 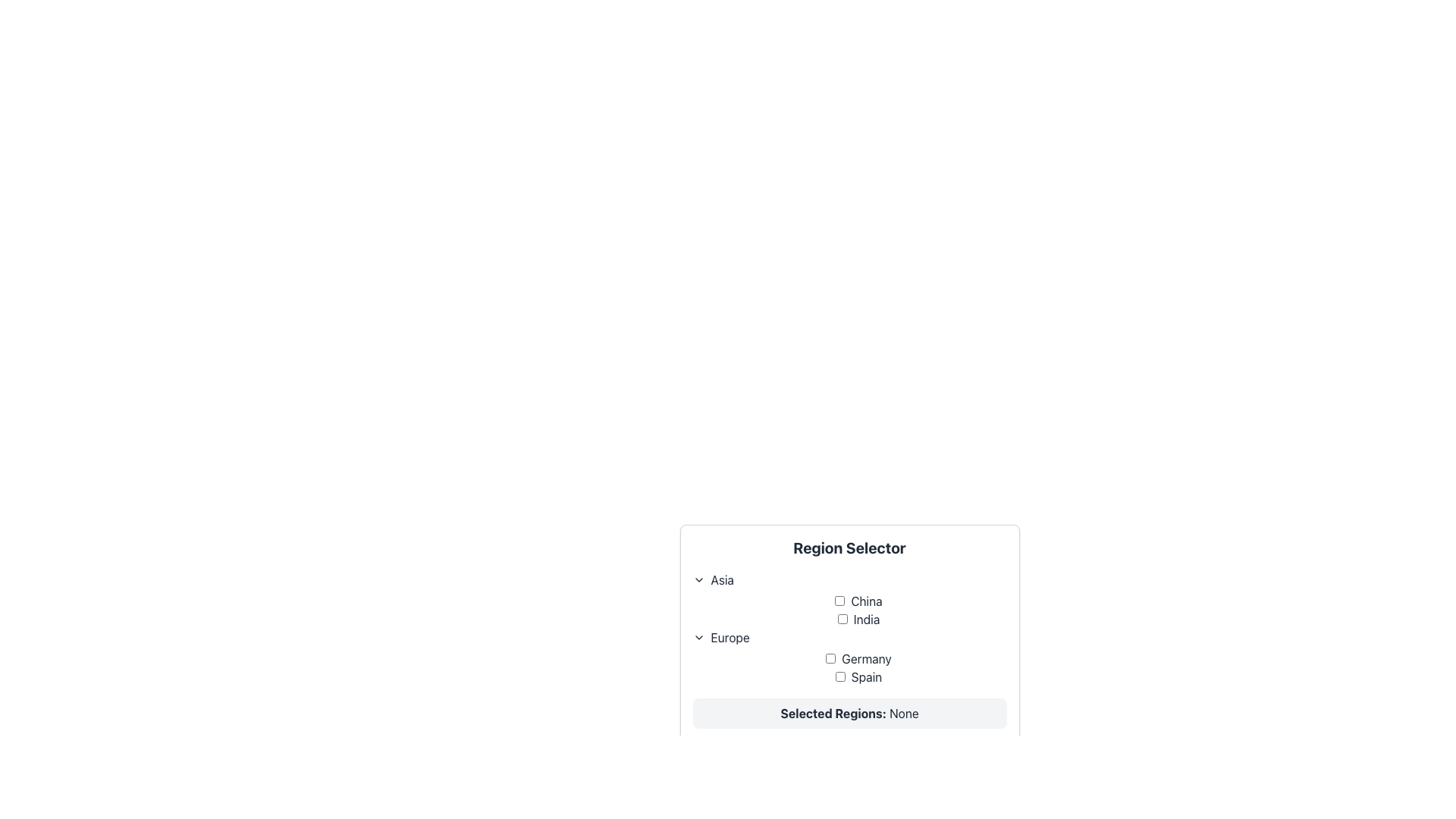 What do you see at coordinates (830, 657) in the screenshot?
I see `the standard checkbox located in the 'Region Selector' panel beside the text 'Germany'` at bounding box center [830, 657].